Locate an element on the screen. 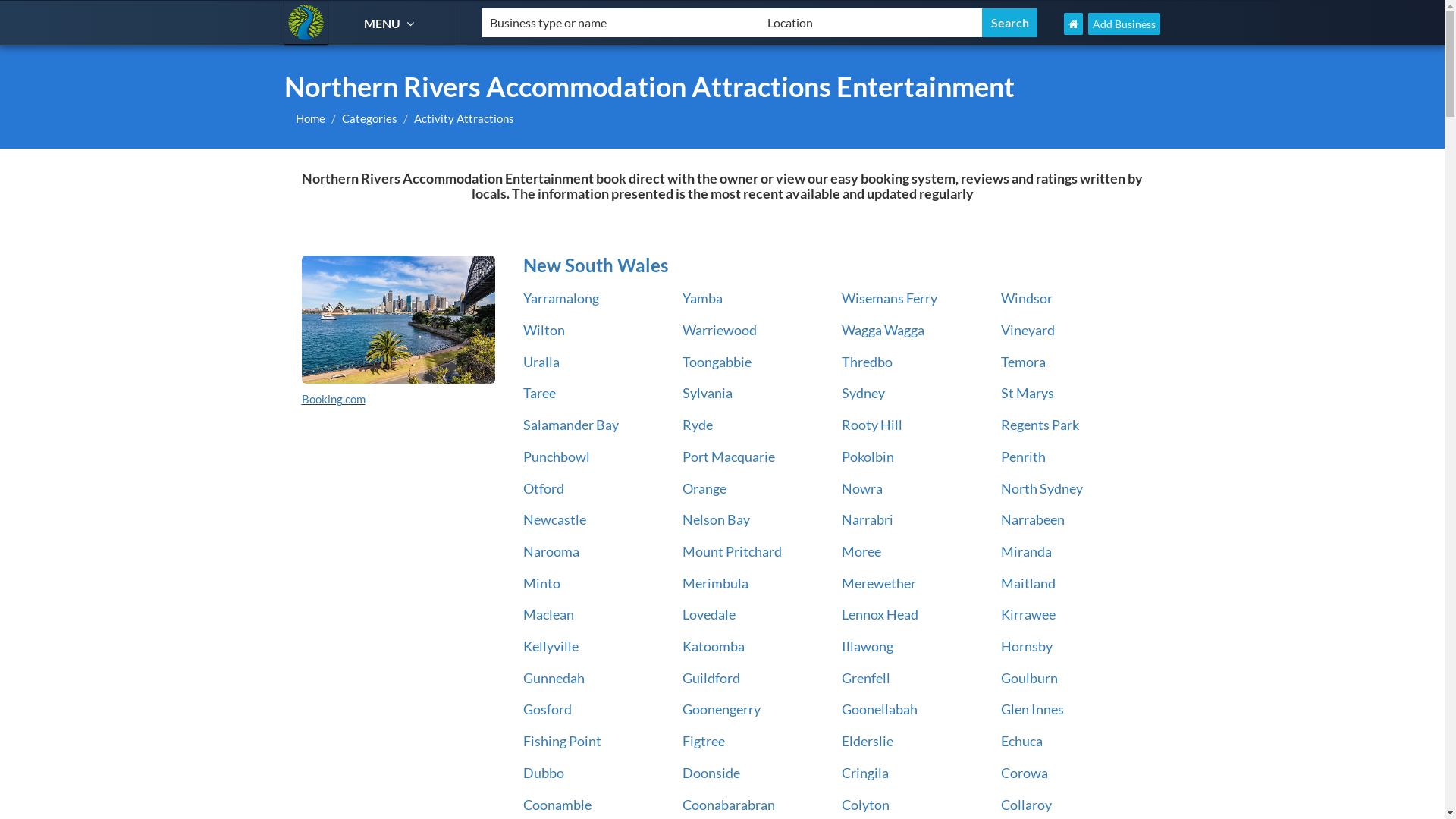  'Sydney' is located at coordinates (840, 391).